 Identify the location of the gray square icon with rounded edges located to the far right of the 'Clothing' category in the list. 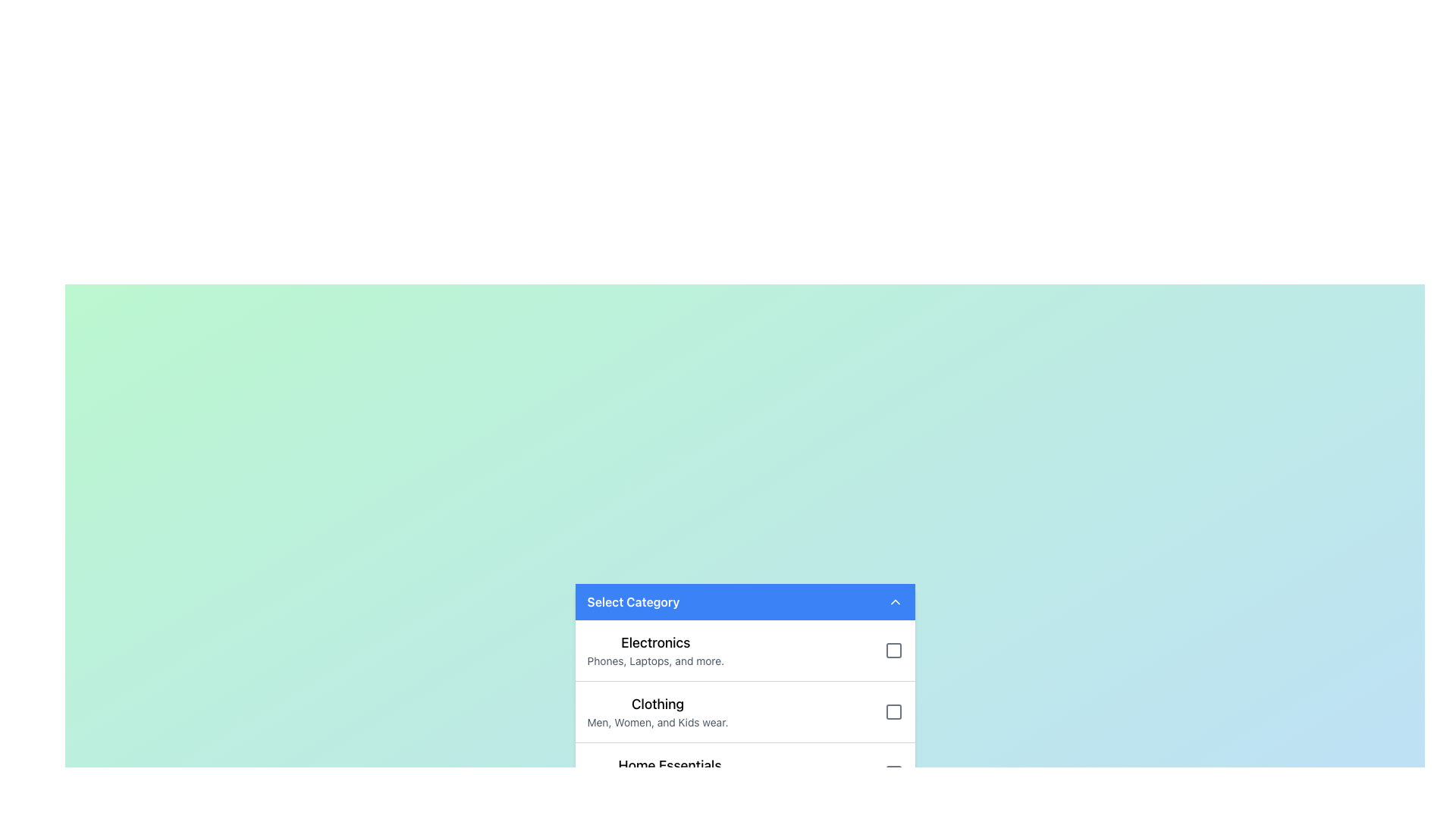
(893, 711).